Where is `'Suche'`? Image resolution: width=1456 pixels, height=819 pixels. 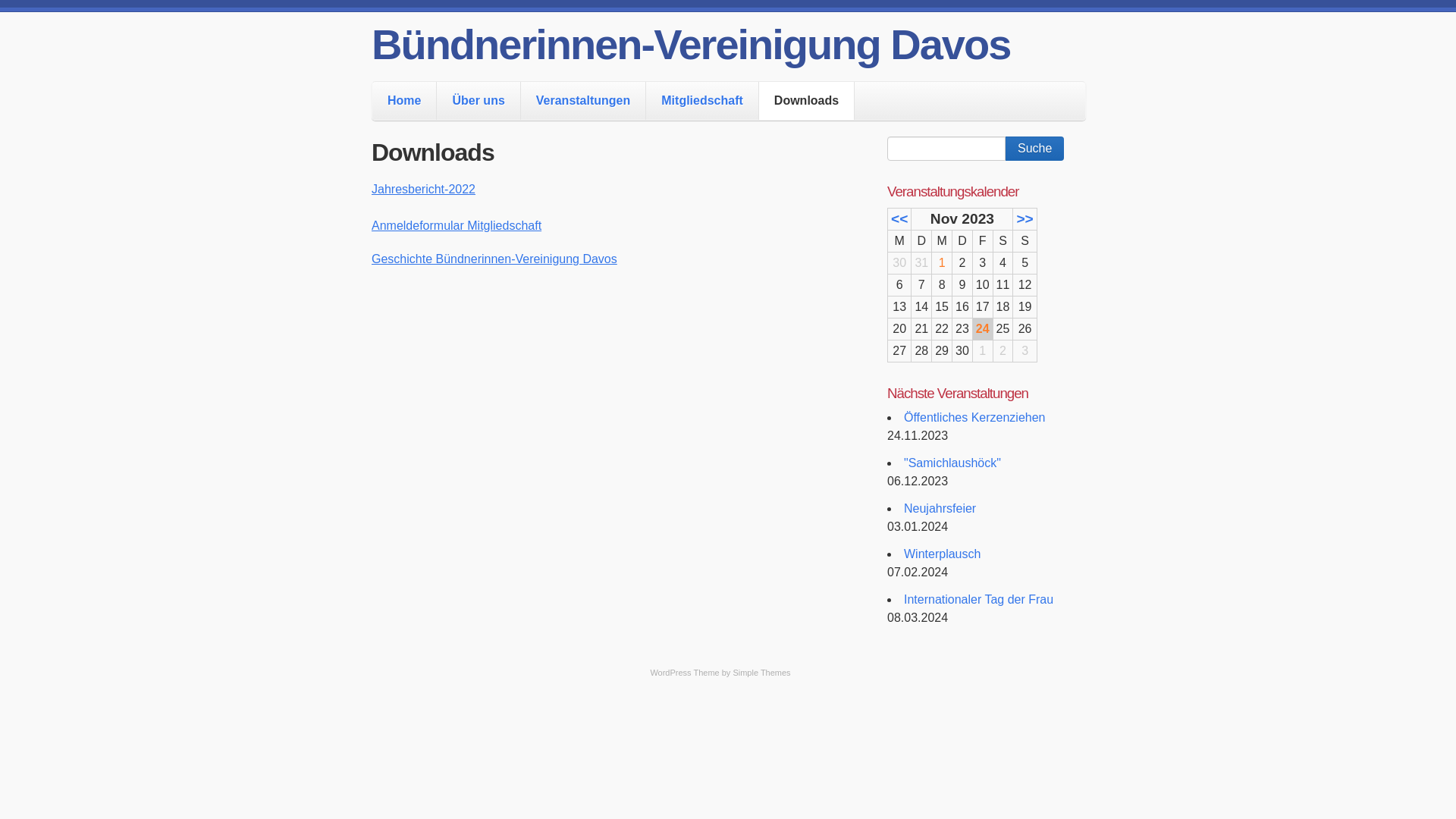
'Suche' is located at coordinates (1005, 149).